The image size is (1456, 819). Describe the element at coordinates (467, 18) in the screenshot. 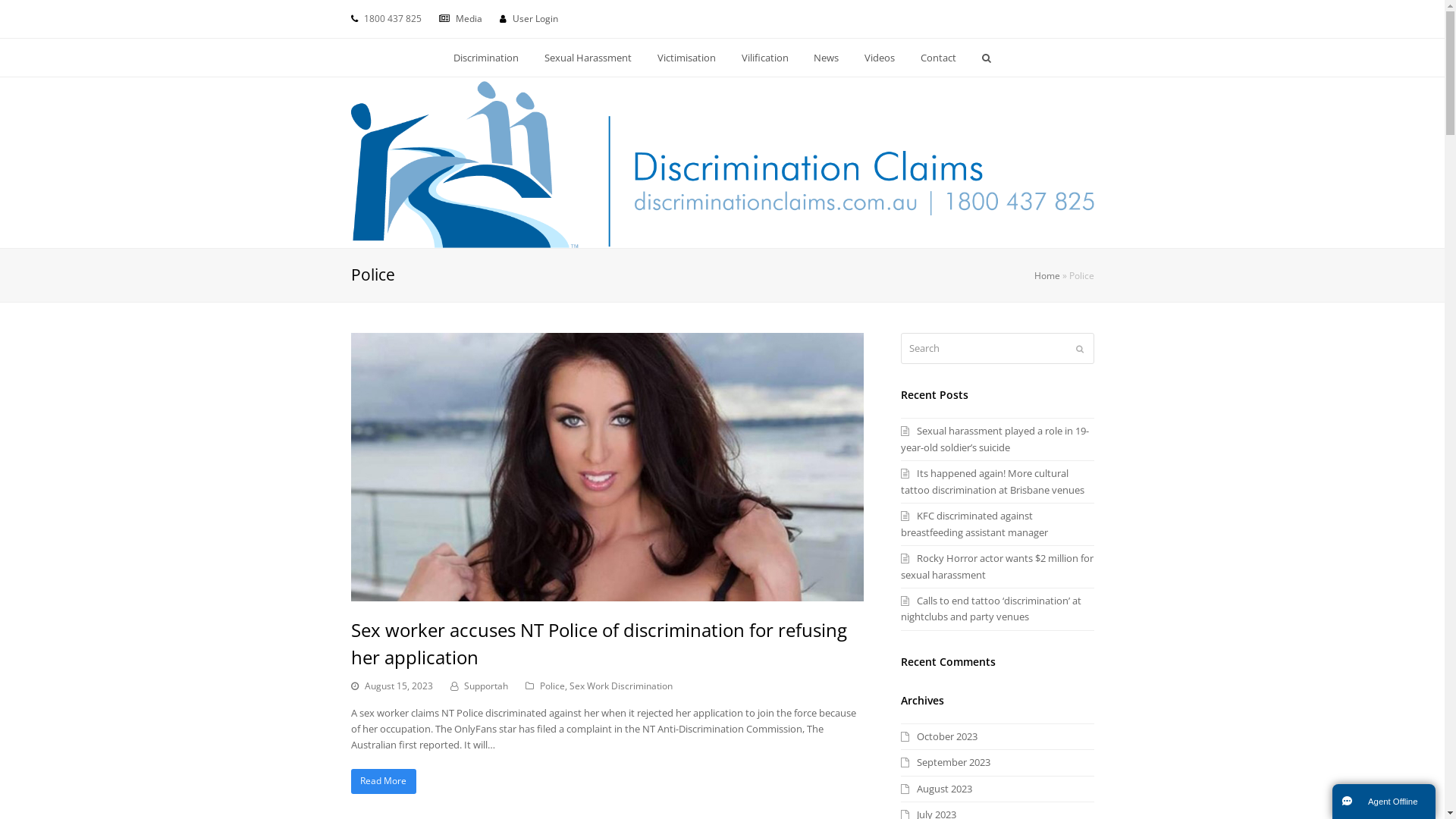

I see `'Media'` at that location.